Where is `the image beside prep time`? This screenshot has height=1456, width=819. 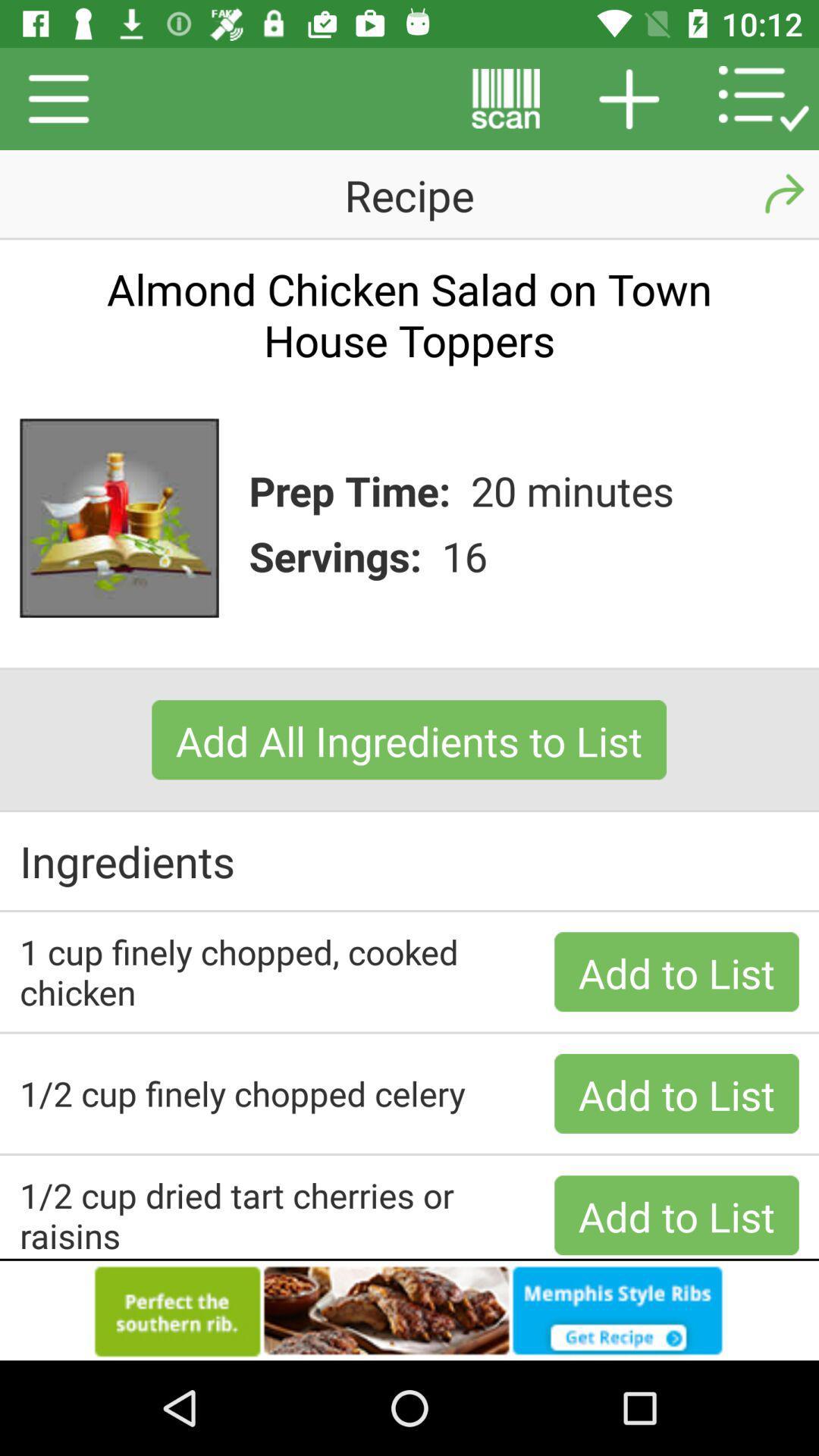
the image beside prep time is located at coordinates (118, 518).